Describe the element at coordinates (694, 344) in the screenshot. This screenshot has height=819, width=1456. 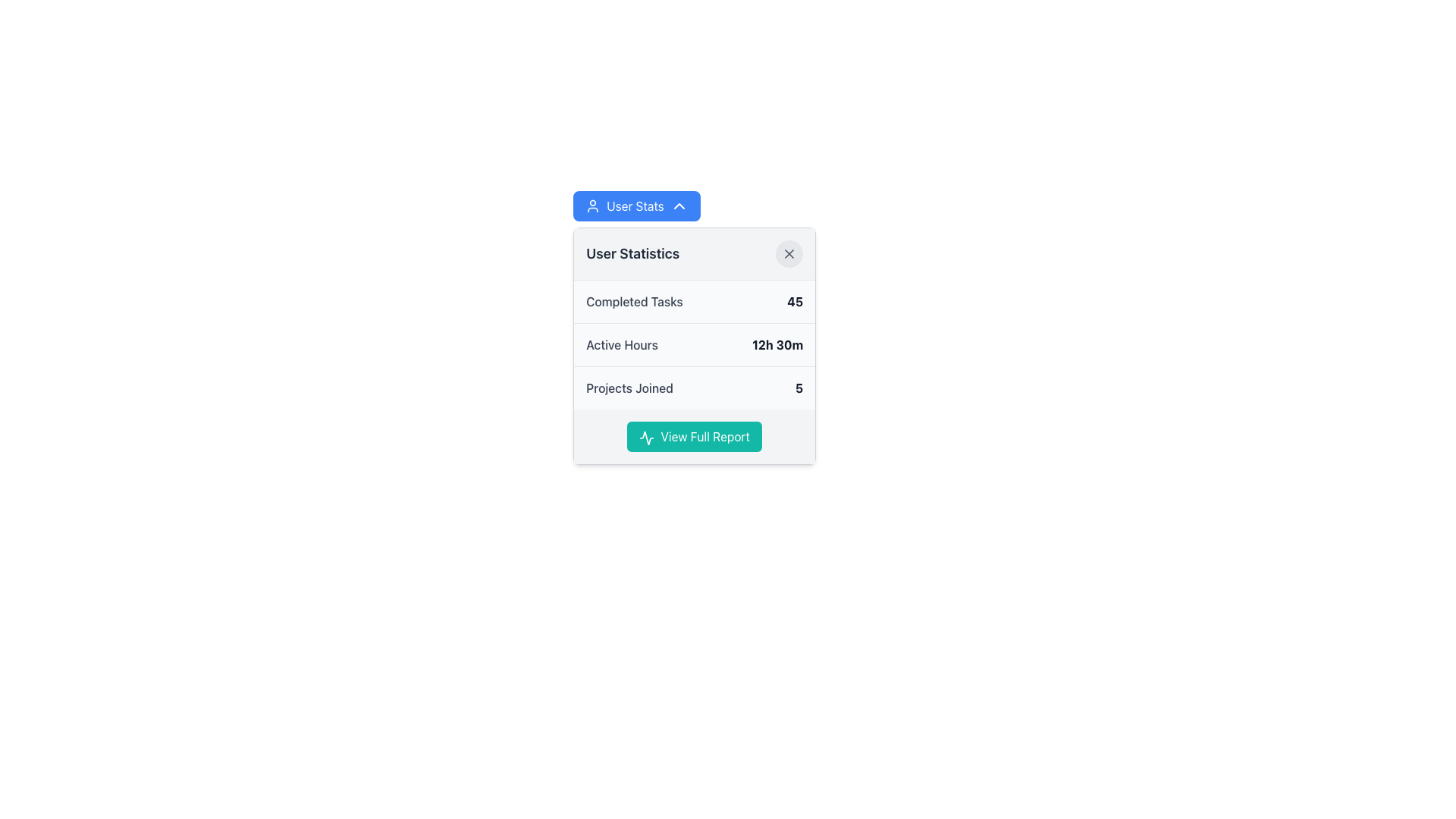
I see `displayed information from the Metric Display that shows 'Active Hours' and '12h 30m', located in the User Statistics section` at that location.